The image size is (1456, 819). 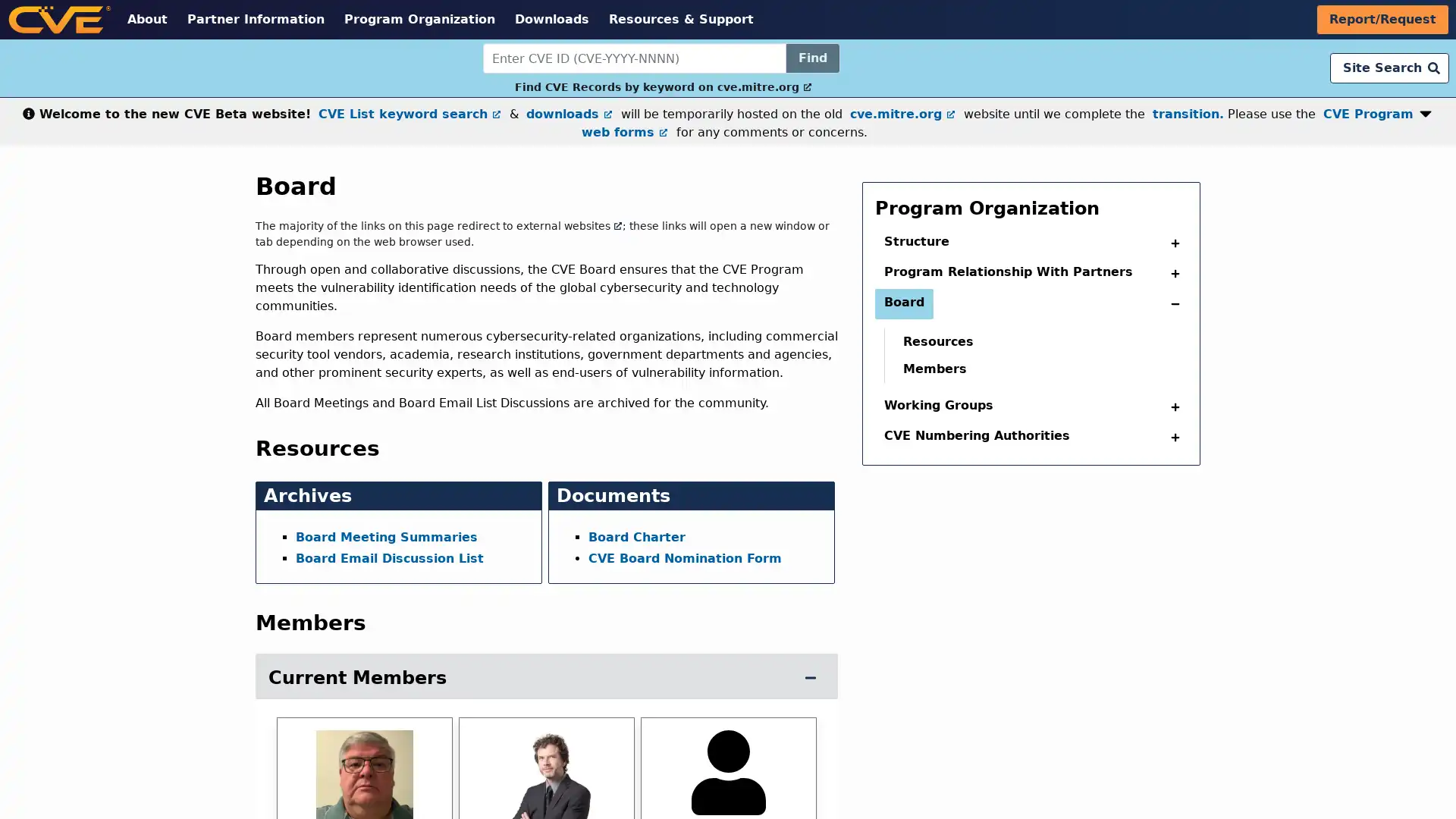 I want to click on Expand or collapse notification button, so click(x=1426, y=110).